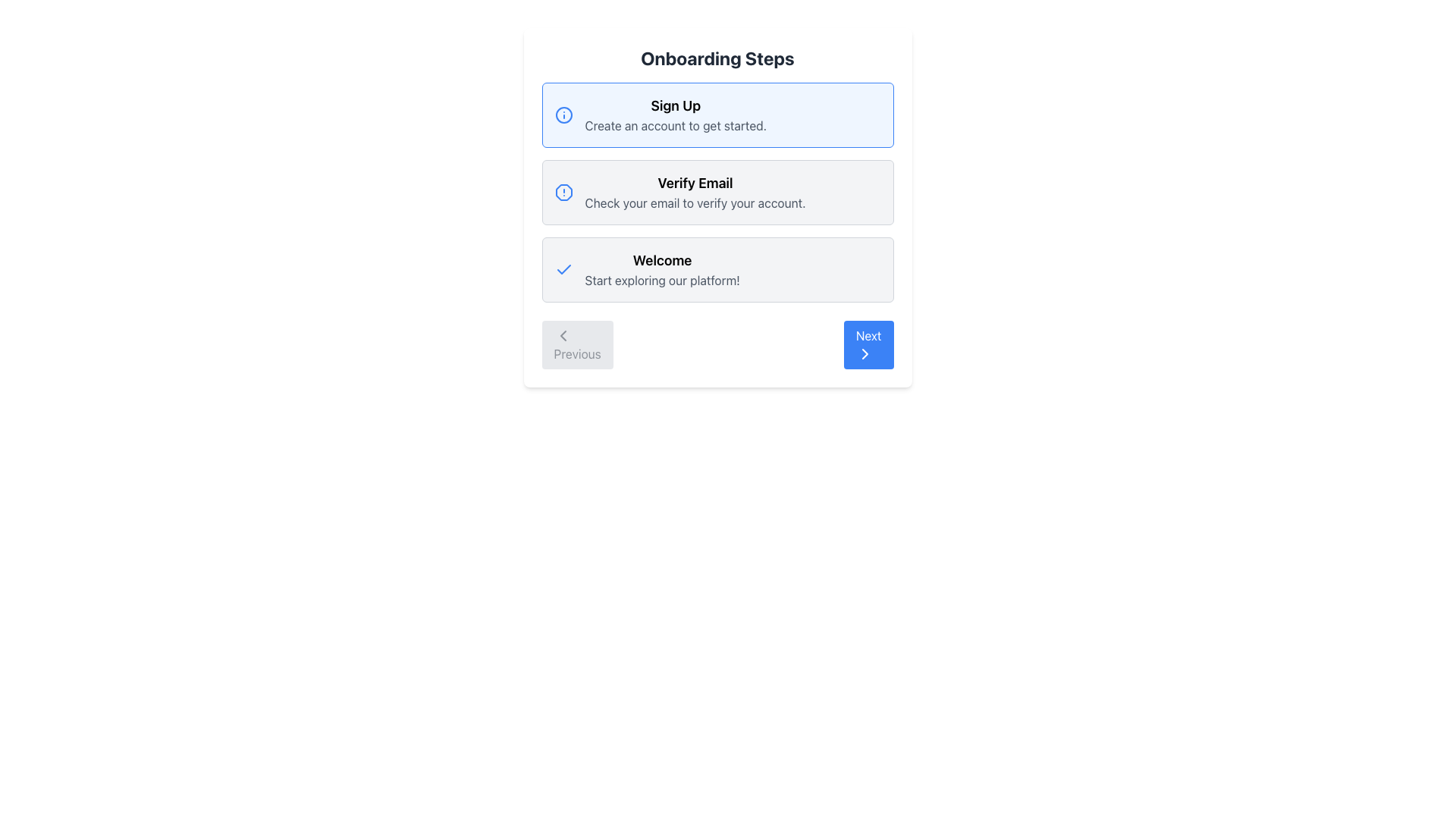 This screenshot has width=1456, height=819. Describe the element at coordinates (662, 281) in the screenshot. I see `the text label that says 'Start exploring our platform!' located in the bottom-right corner of the 'Welcome' section` at that location.